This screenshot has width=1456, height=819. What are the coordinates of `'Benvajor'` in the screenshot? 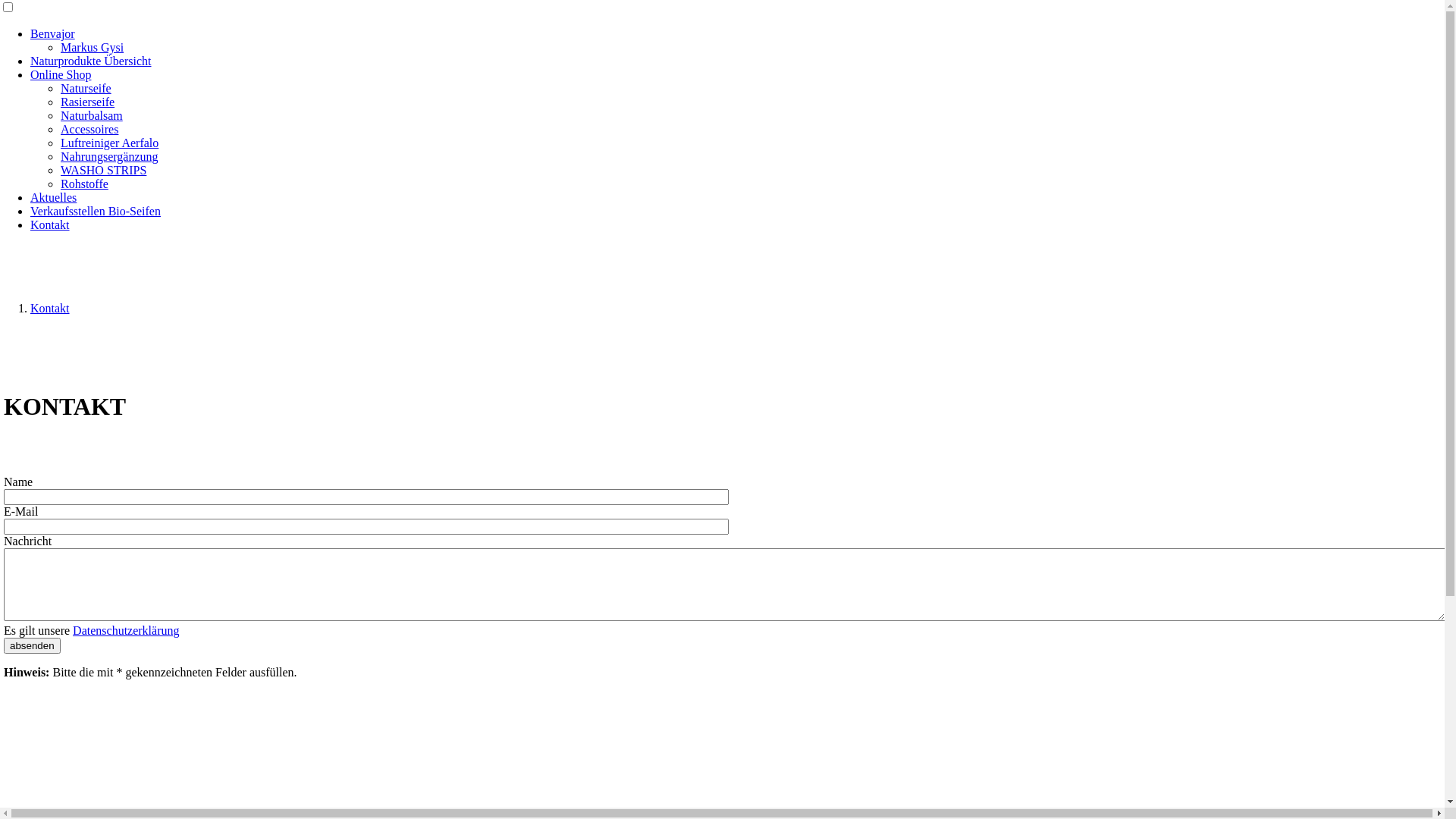 It's located at (30, 33).